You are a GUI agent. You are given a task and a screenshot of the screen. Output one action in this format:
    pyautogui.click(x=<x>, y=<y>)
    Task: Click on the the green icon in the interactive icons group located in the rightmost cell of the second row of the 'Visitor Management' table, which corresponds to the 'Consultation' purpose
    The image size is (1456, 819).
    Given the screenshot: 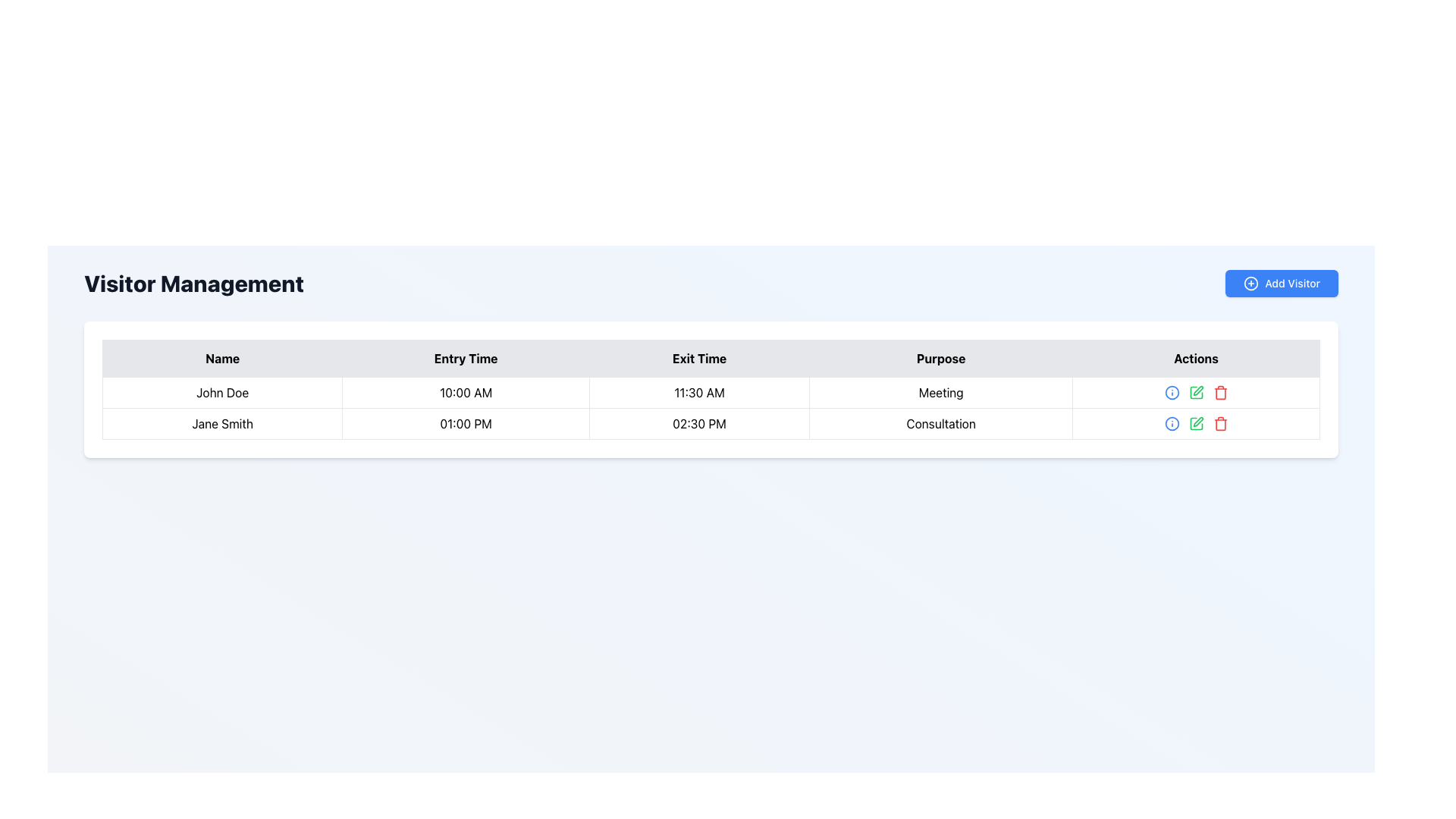 What is the action you would take?
    pyautogui.click(x=1195, y=424)
    